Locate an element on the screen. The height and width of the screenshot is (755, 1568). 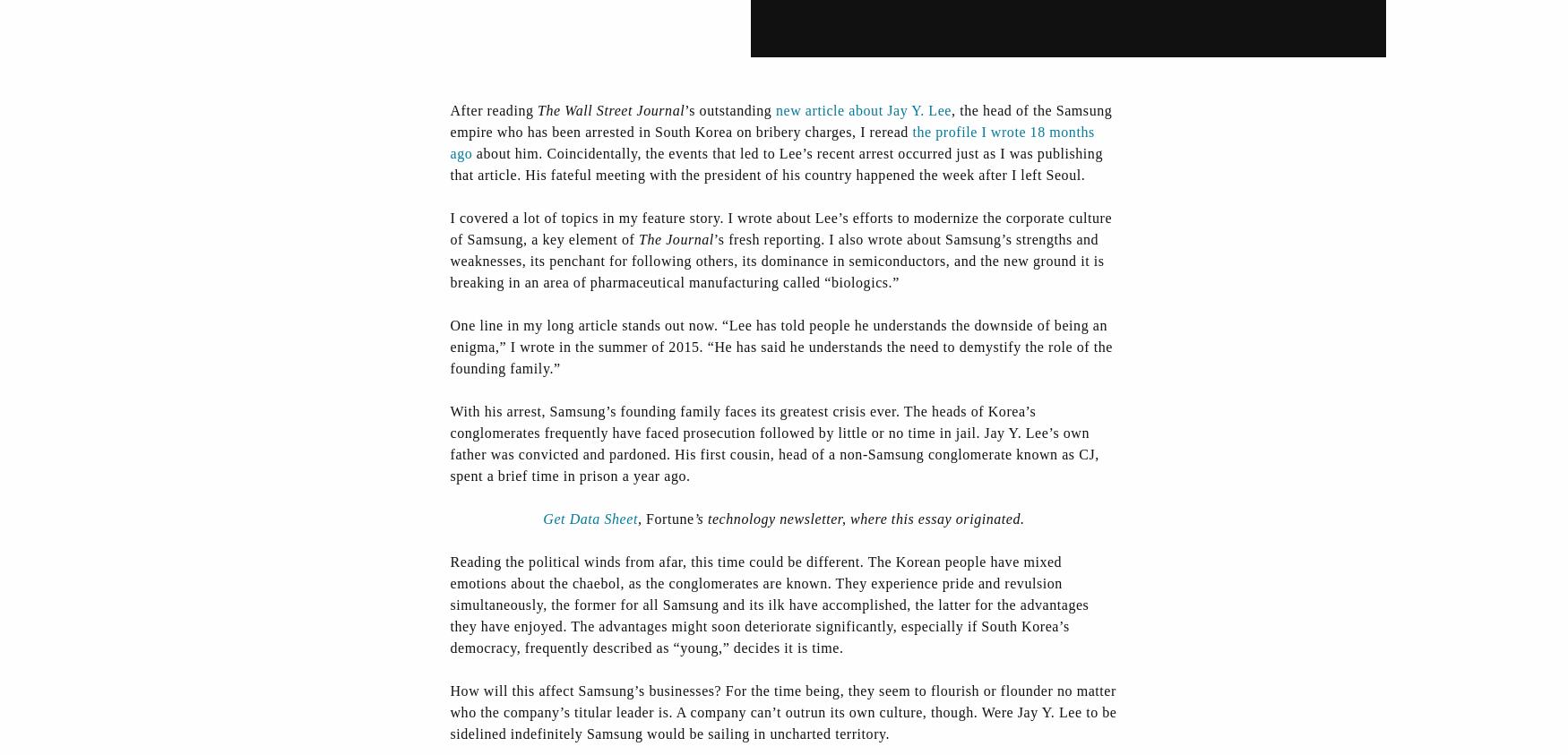
'’s fresh reporting. I also wrote about Samsung’s strengths and weaknesses, its penchant for following others, its dominance in semiconductors, and the new ground it is breaking in an area of pharmaceutical manufacturing called “biologics.”' is located at coordinates (776, 260).